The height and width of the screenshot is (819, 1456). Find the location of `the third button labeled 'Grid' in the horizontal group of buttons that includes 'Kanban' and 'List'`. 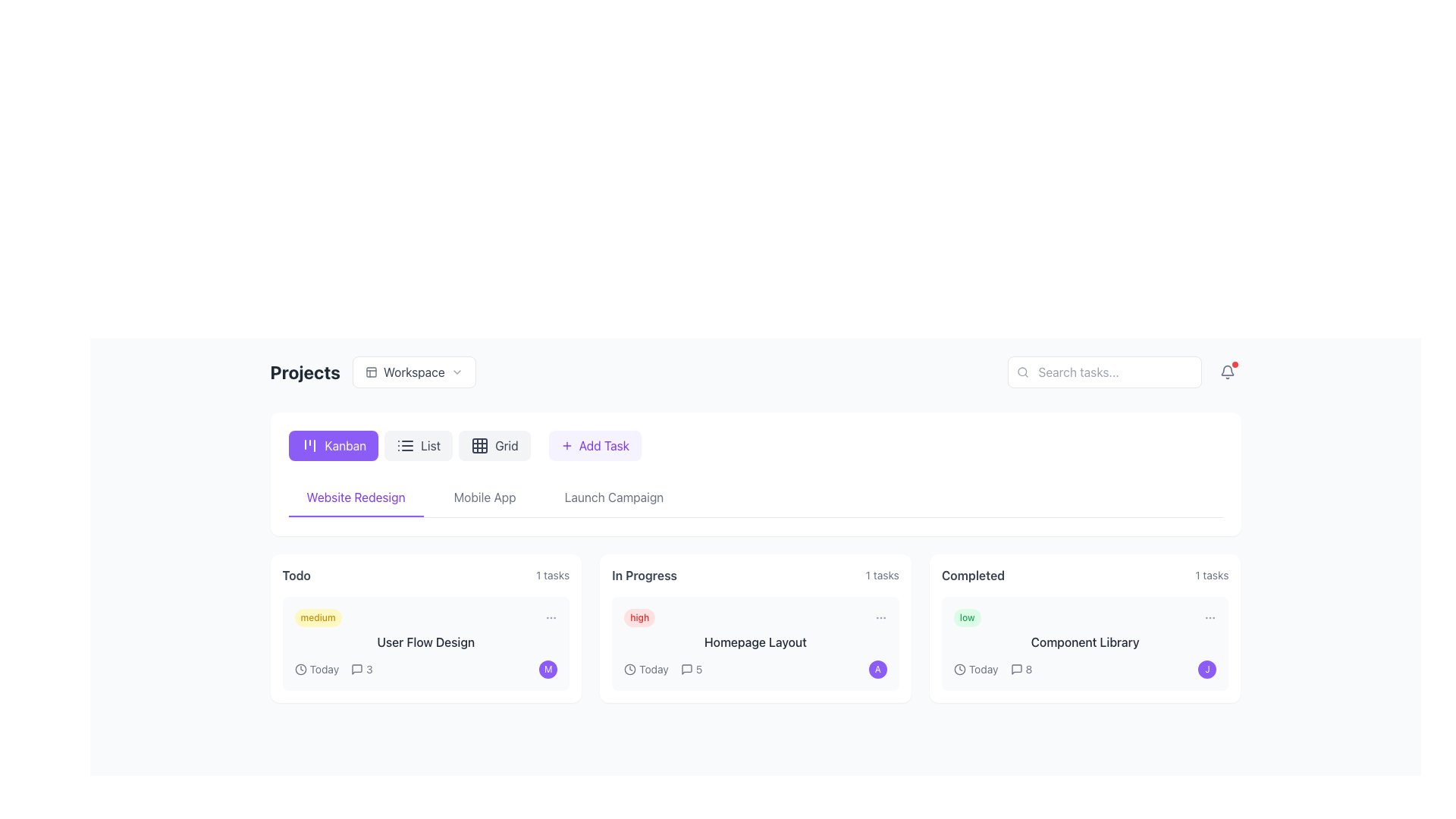

the third button labeled 'Grid' in the horizontal group of buttons that includes 'Kanban' and 'List' is located at coordinates (494, 444).